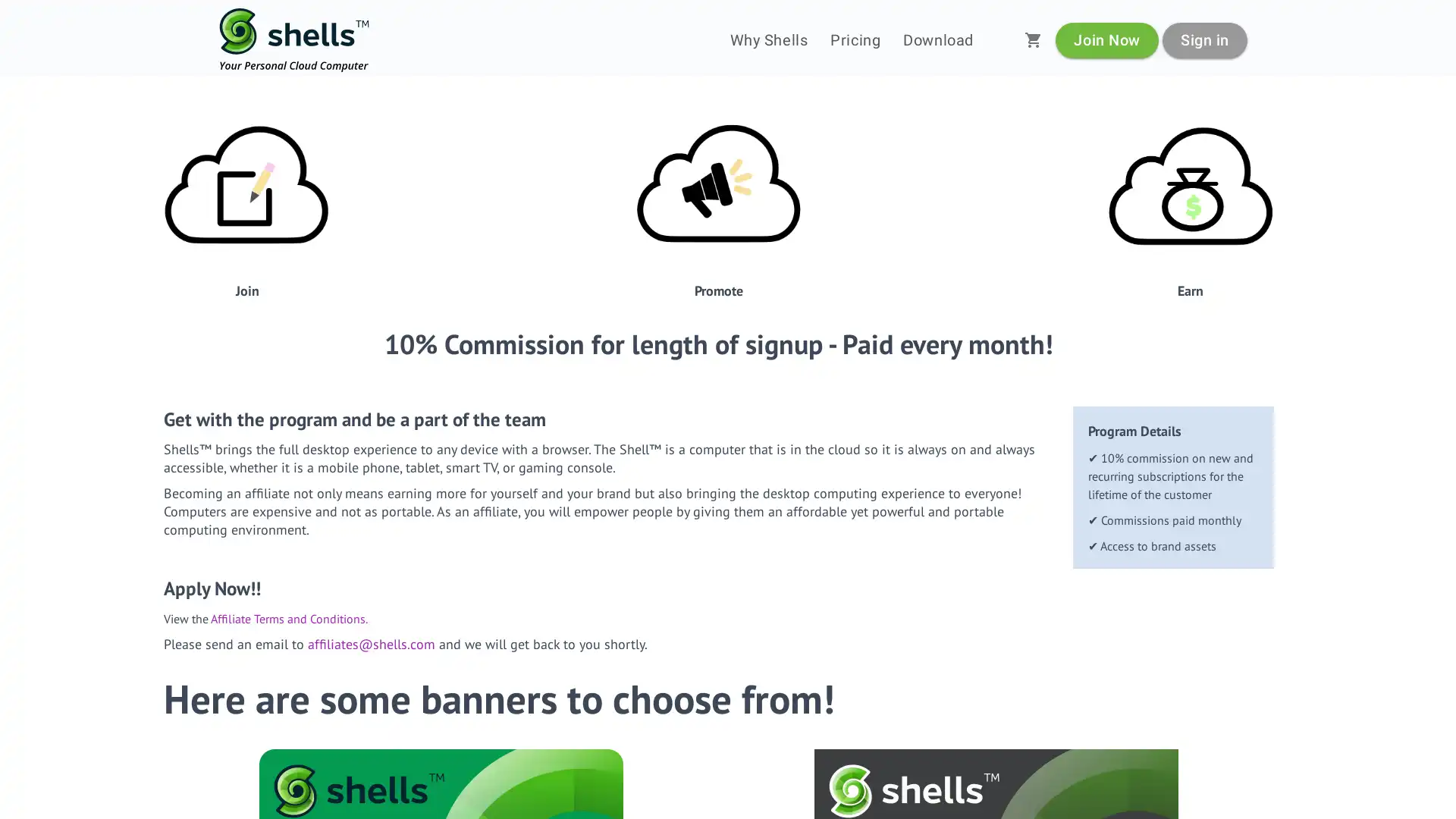  What do you see at coordinates (1106, 39) in the screenshot?
I see `Join Now` at bounding box center [1106, 39].